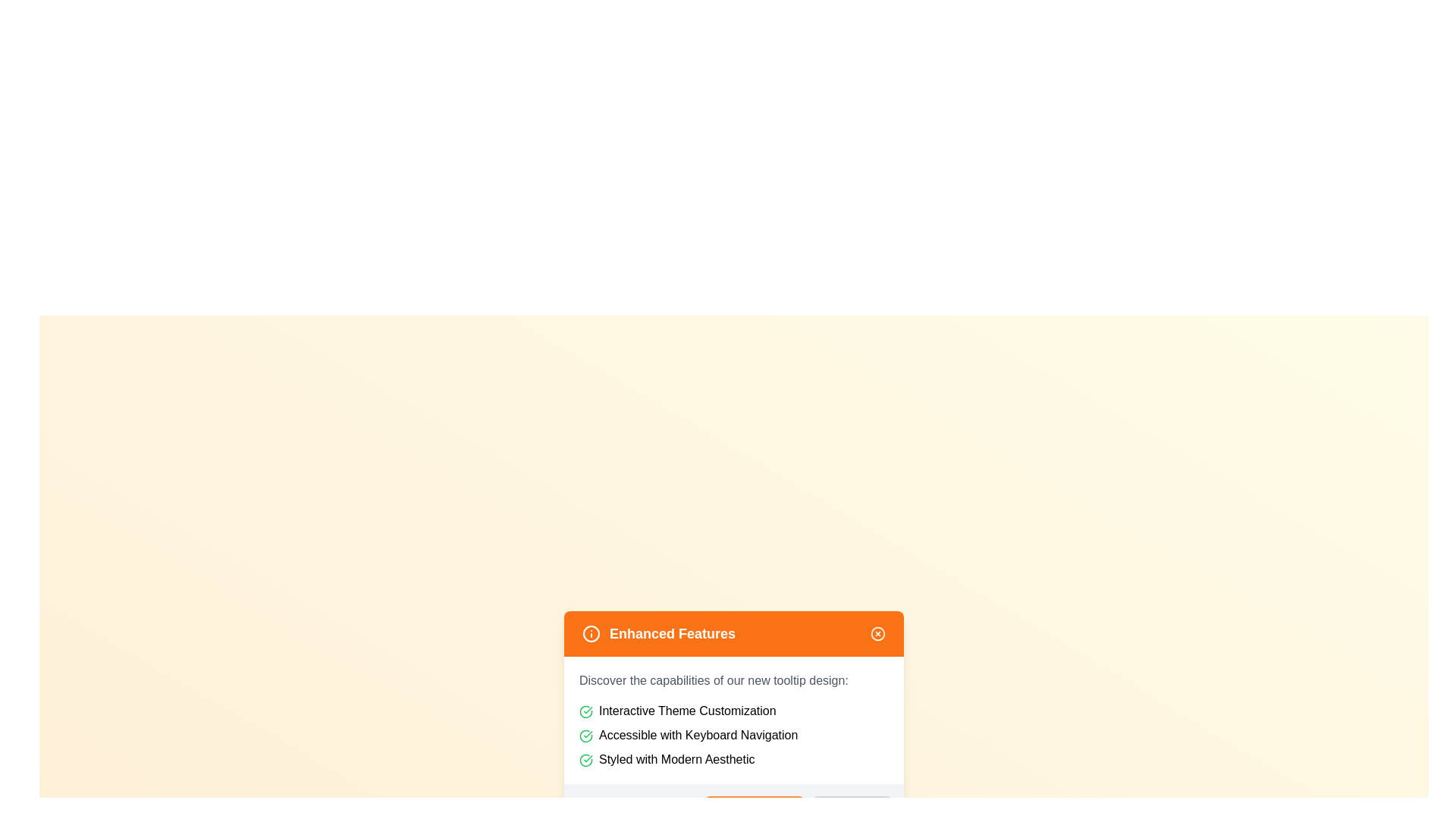 This screenshot has width=1456, height=819. I want to click on the small circular icon located within the orange header, positioned, so click(590, 634).